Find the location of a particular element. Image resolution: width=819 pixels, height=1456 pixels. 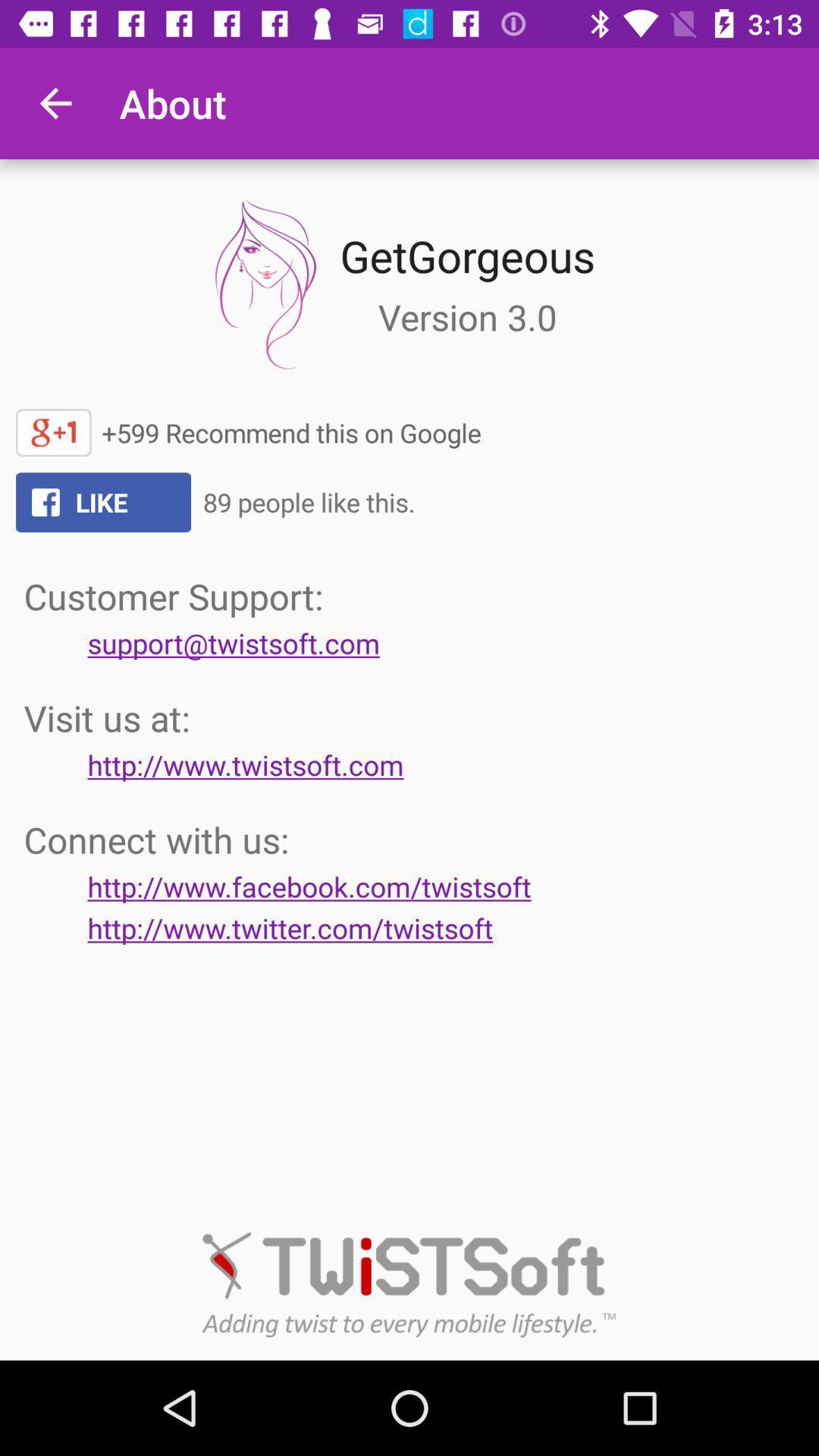

the button below the text customer support on the web page is located at coordinates (234, 643).